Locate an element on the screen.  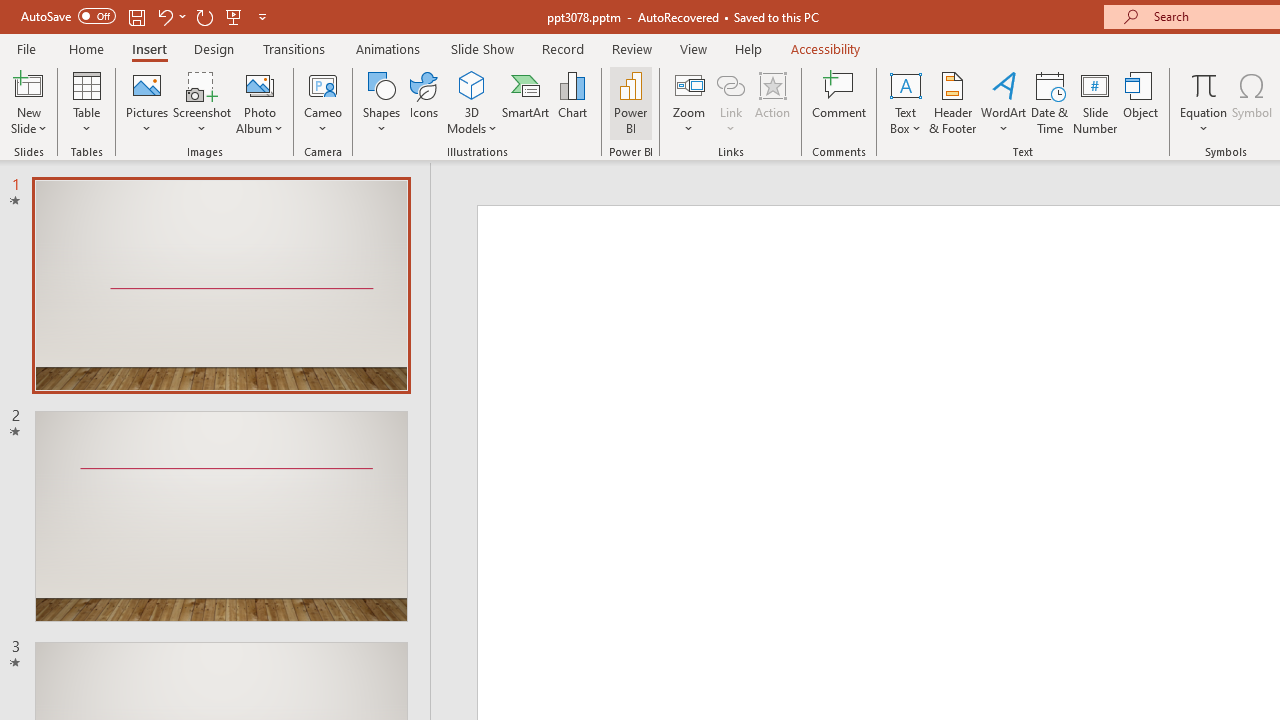
'Power BI' is located at coordinates (630, 103).